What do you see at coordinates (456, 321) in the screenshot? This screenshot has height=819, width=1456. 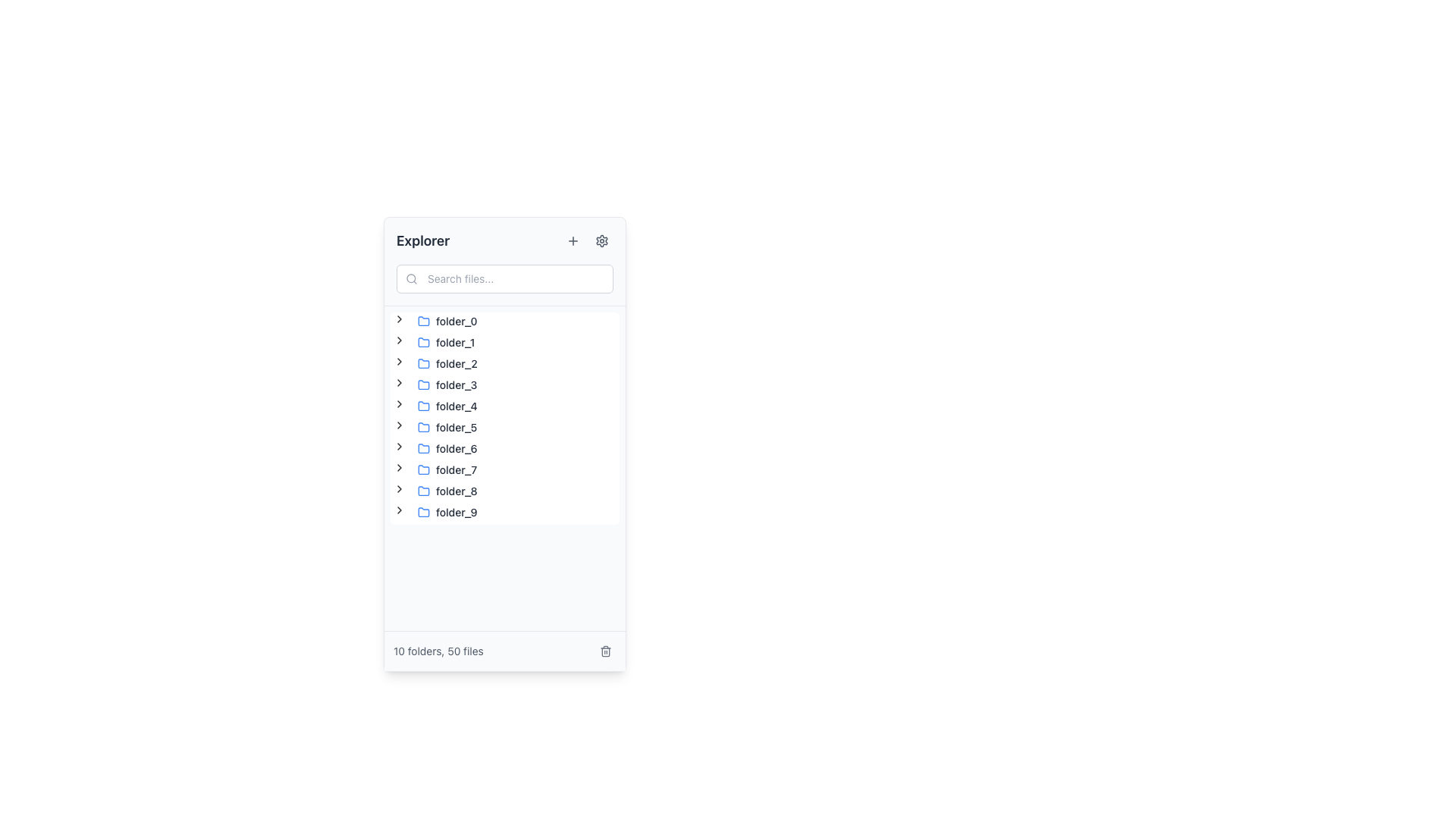 I see `the text label 'folder_0'` at bounding box center [456, 321].